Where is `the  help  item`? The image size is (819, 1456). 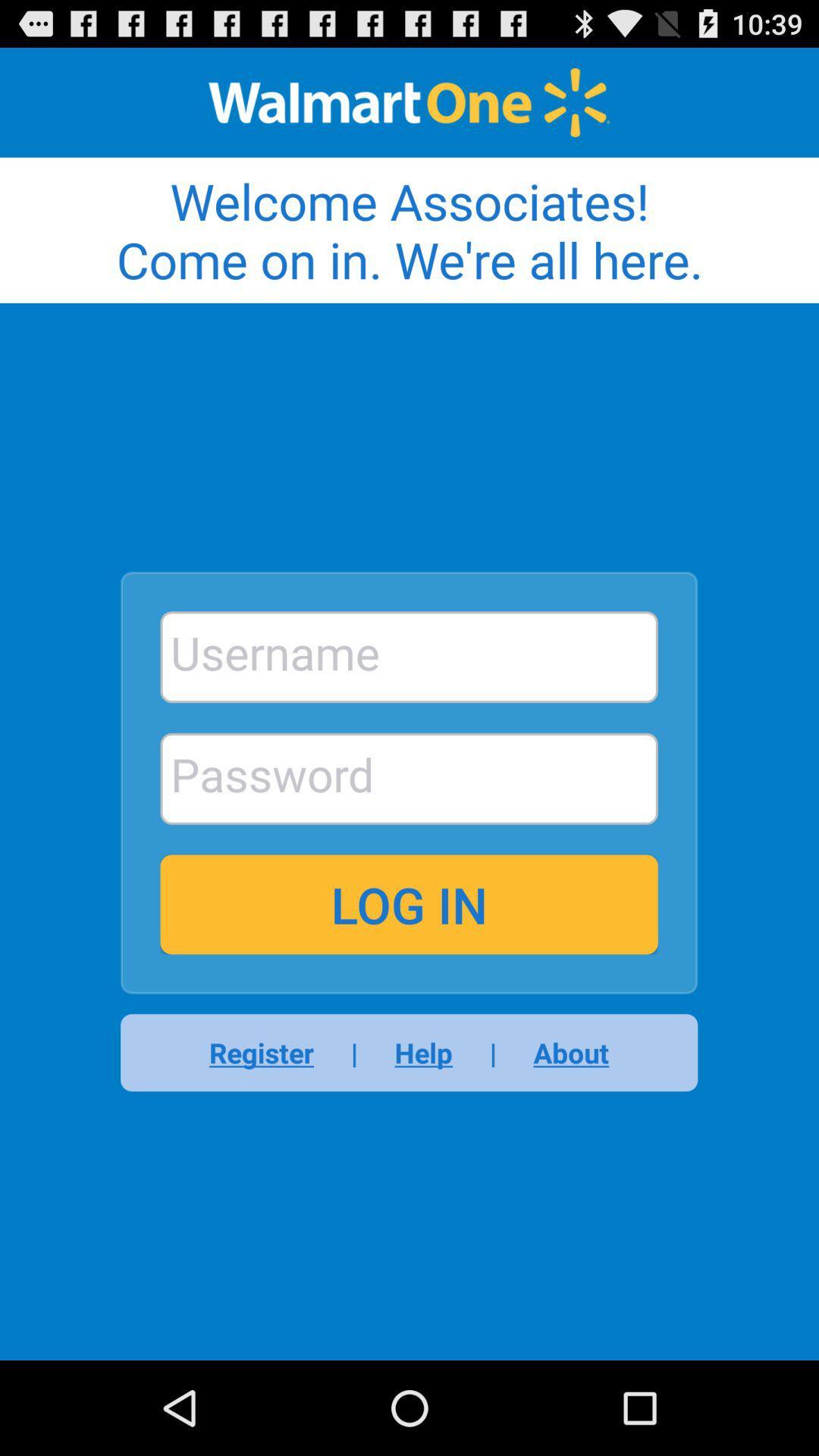
the  help  item is located at coordinates (423, 1052).